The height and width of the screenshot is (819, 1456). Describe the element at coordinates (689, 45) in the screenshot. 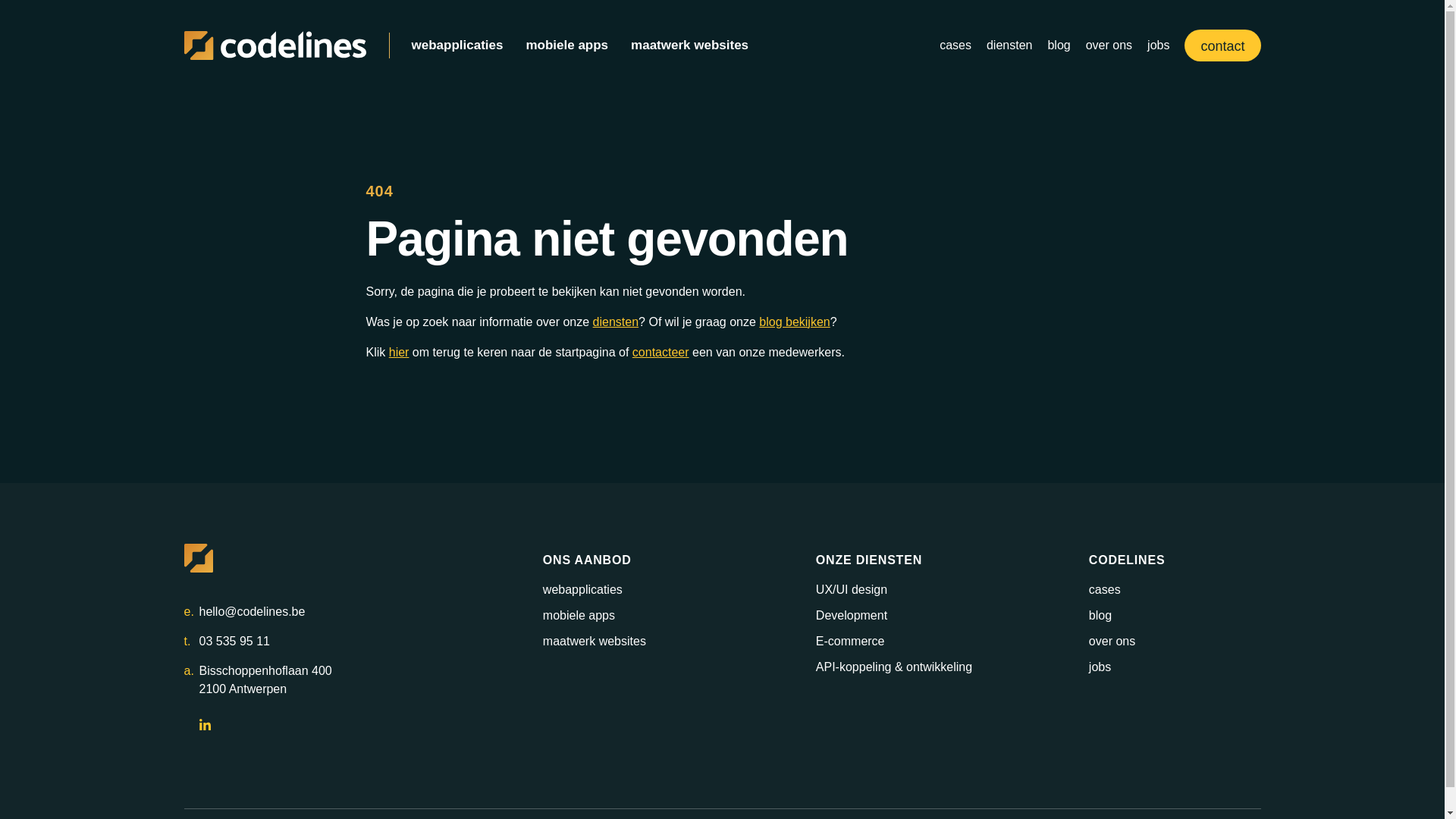

I see `'maatwerk websites'` at that location.